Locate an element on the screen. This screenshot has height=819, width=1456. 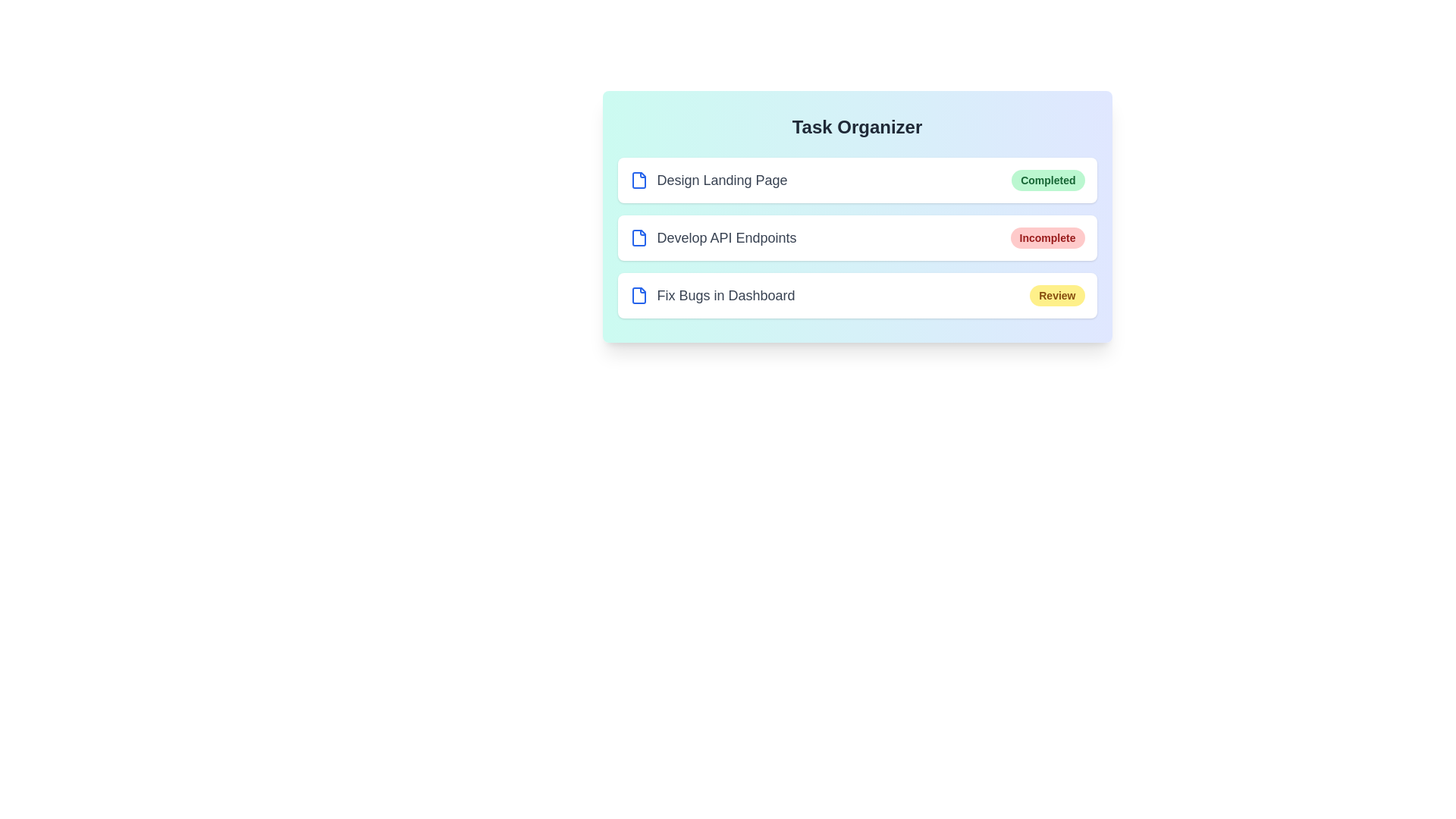
the status button of the task named Fix Bugs in Dashboard to toggle its completion status is located at coordinates (1056, 295).